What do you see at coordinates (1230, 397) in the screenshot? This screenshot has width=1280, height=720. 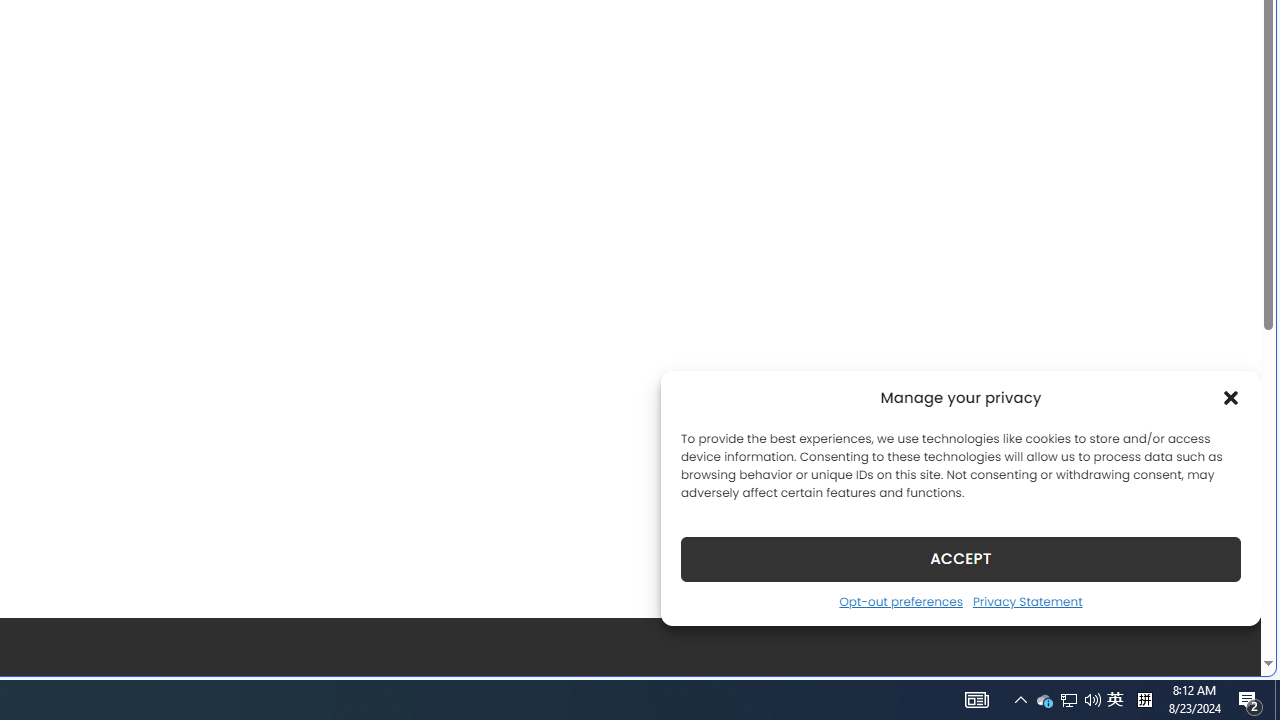 I see `'Class: cmplz-close'` at bounding box center [1230, 397].